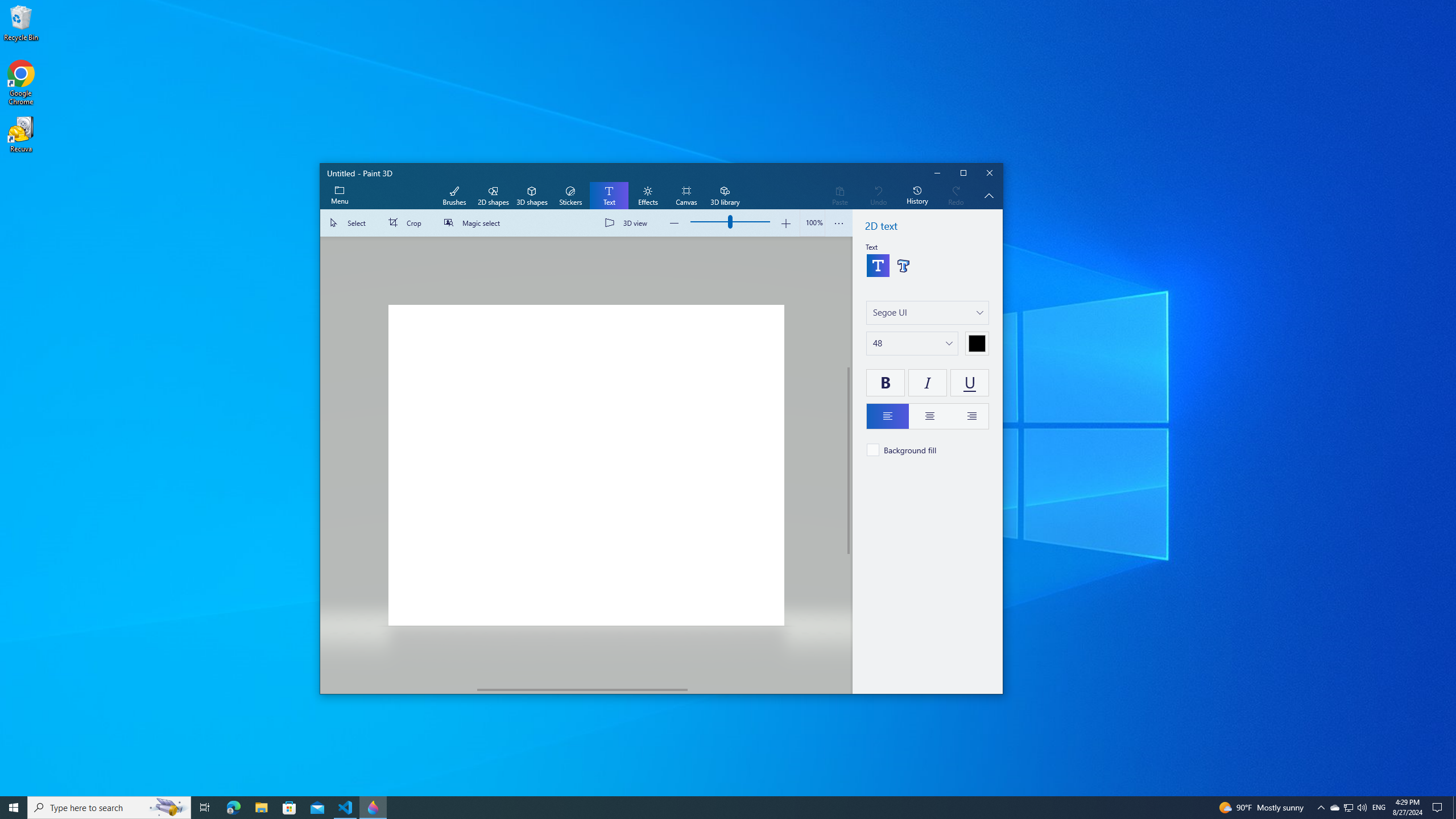 This screenshot has width=1456, height=819. What do you see at coordinates (724, 196) in the screenshot?
I see `'3D library'` at bounding box center [724, 196].